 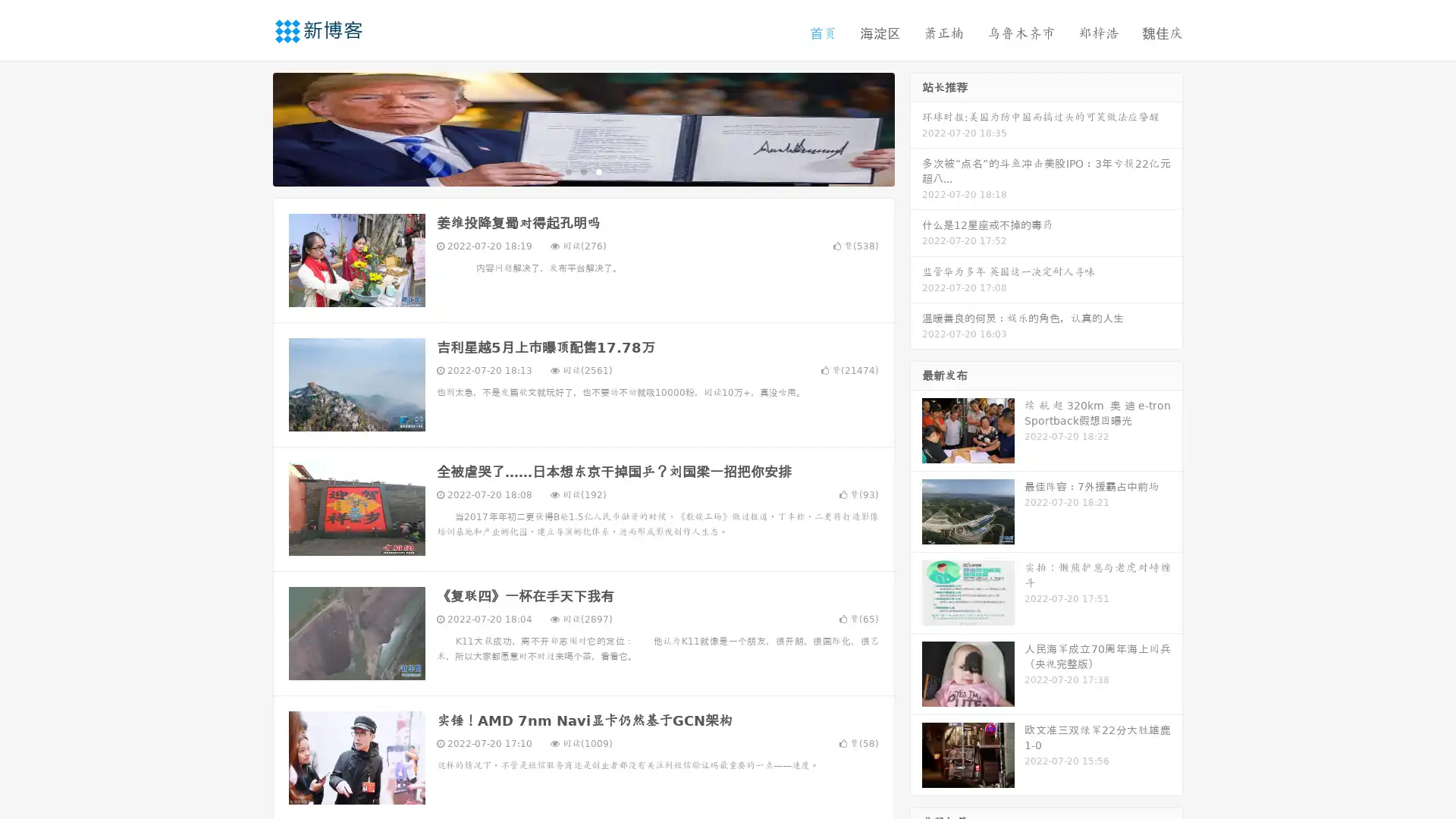 What do you see at coordinates (567, 171) in the screenshot?
I see `Go to slide 1` at bounding box center [567, 171].